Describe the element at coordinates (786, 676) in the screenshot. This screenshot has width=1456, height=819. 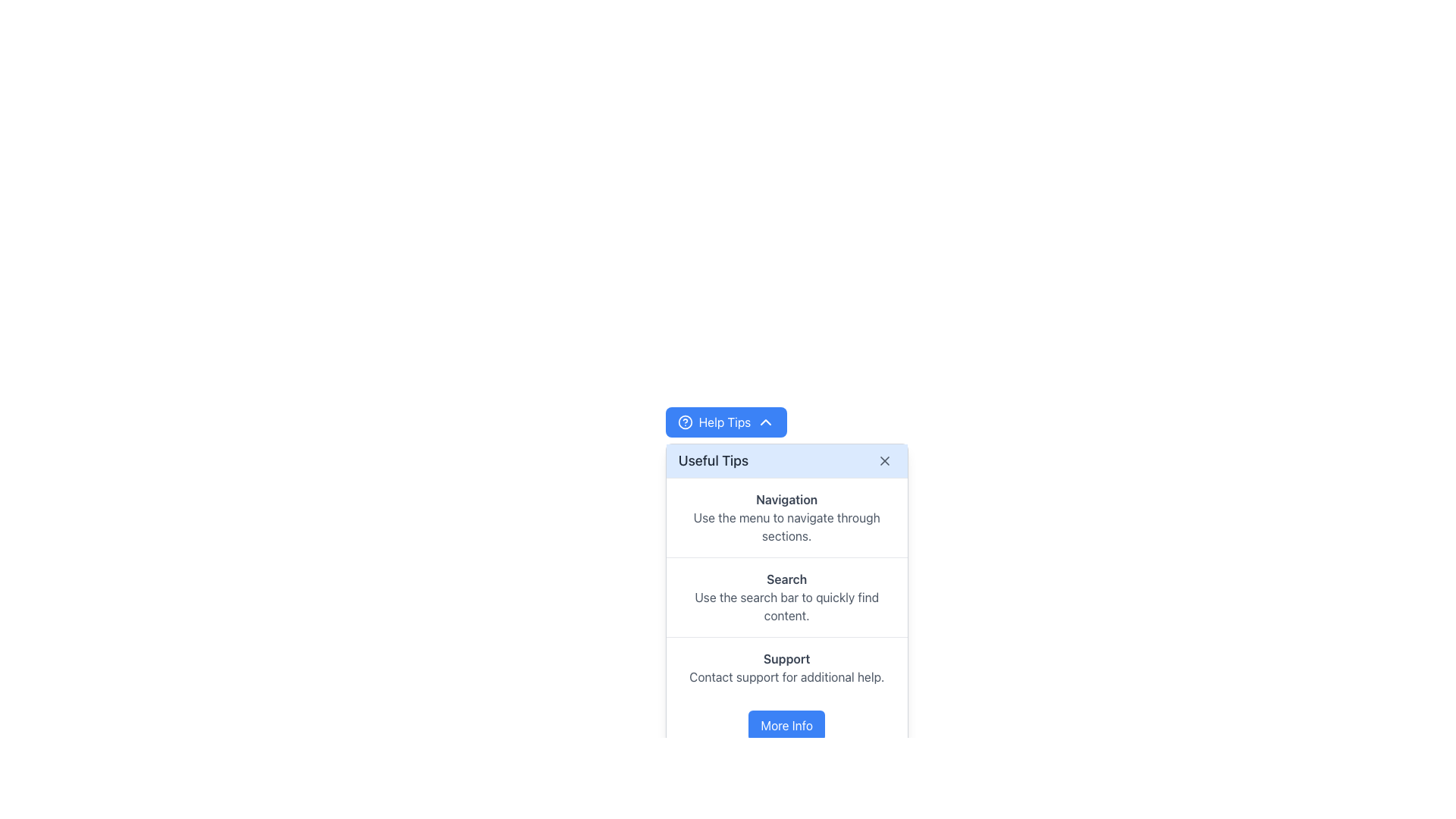
I see `the informative text element that instructs users to contact support for further assistance, located in the bottom-right segment of the 'Useful Tips' modal` at that location.